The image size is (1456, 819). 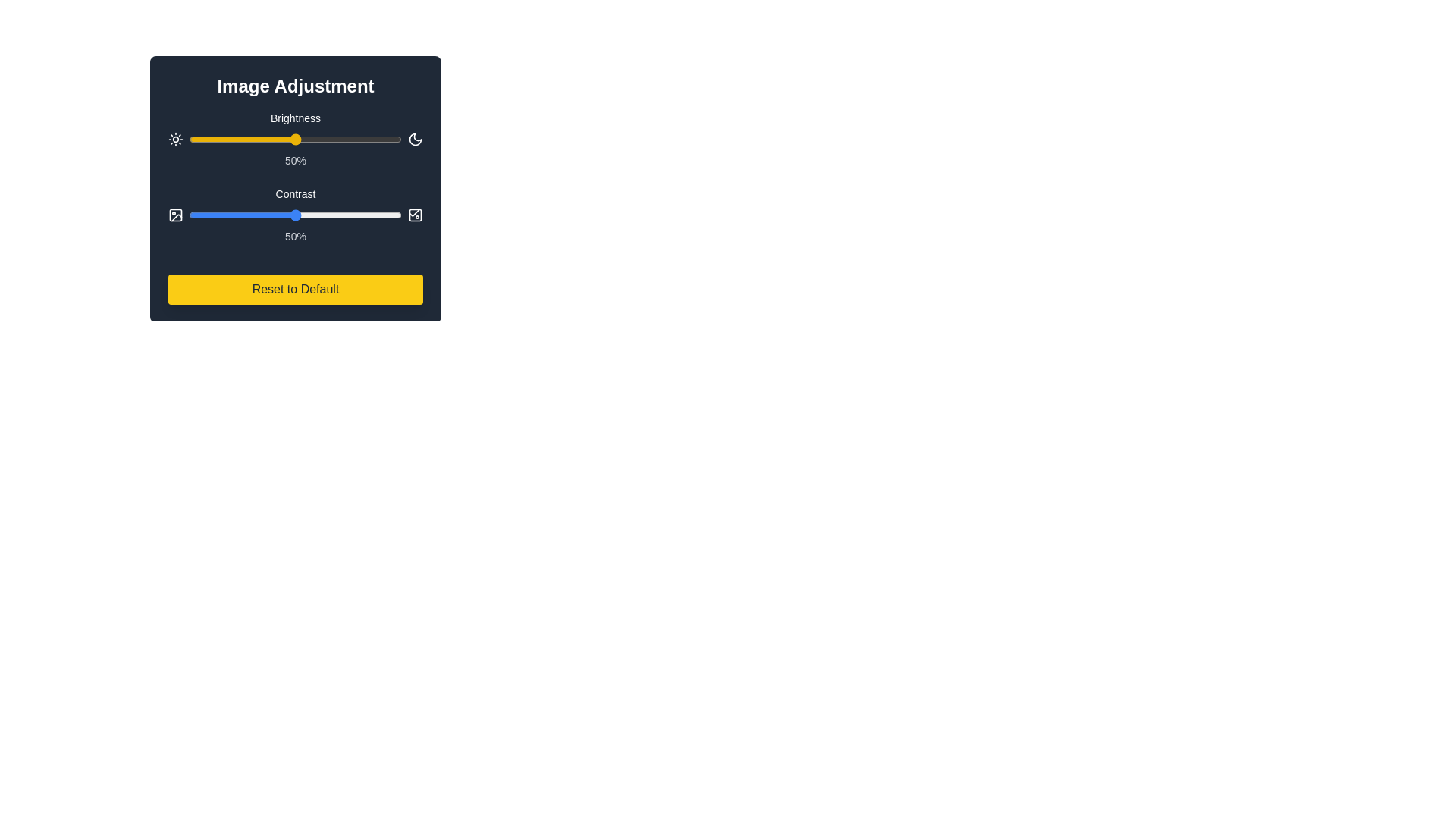 I want to click on the contrast level, so click(x=221, y=215).